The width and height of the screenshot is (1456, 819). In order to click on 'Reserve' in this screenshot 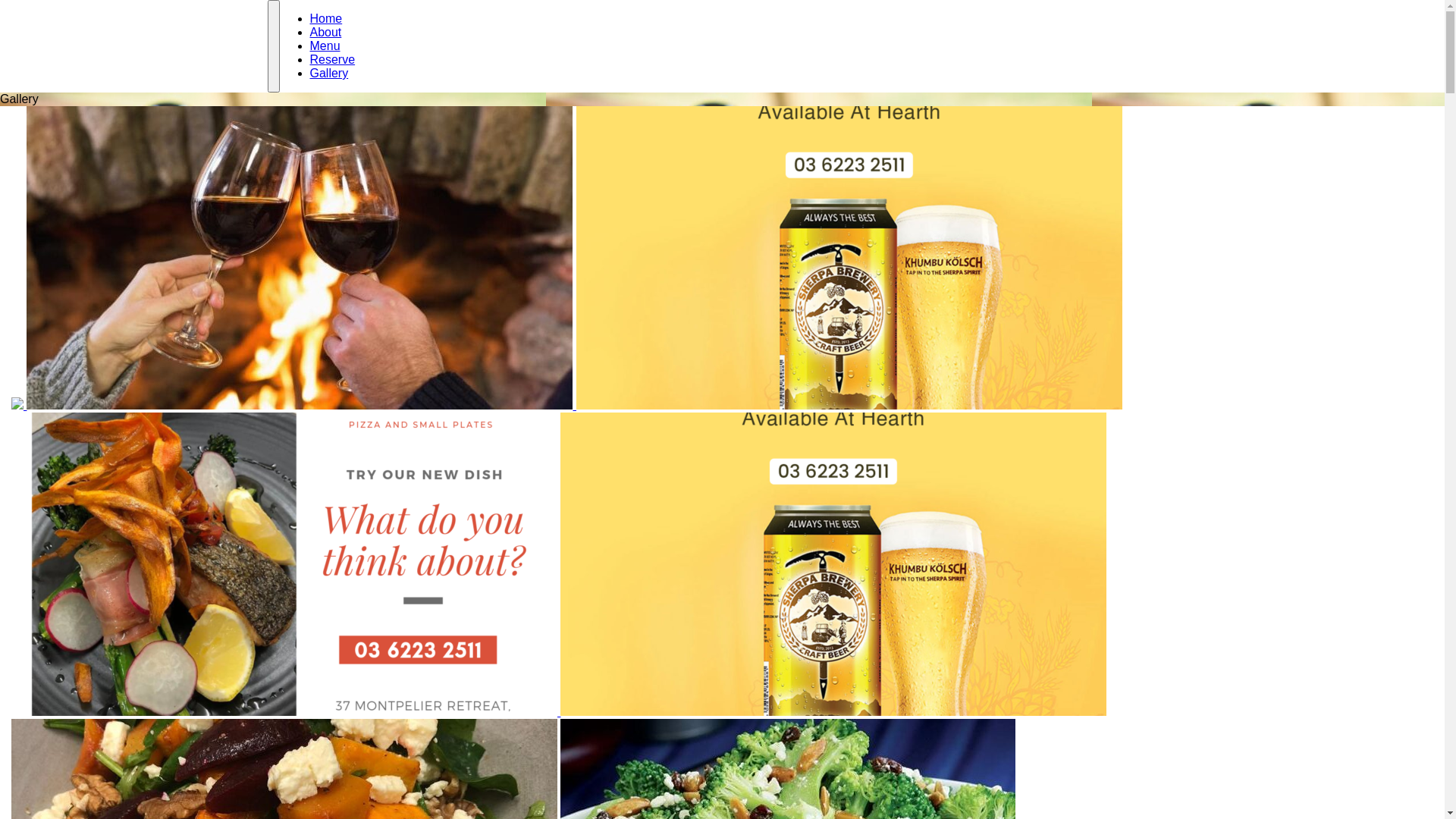, I will do `click(331, 58)`.